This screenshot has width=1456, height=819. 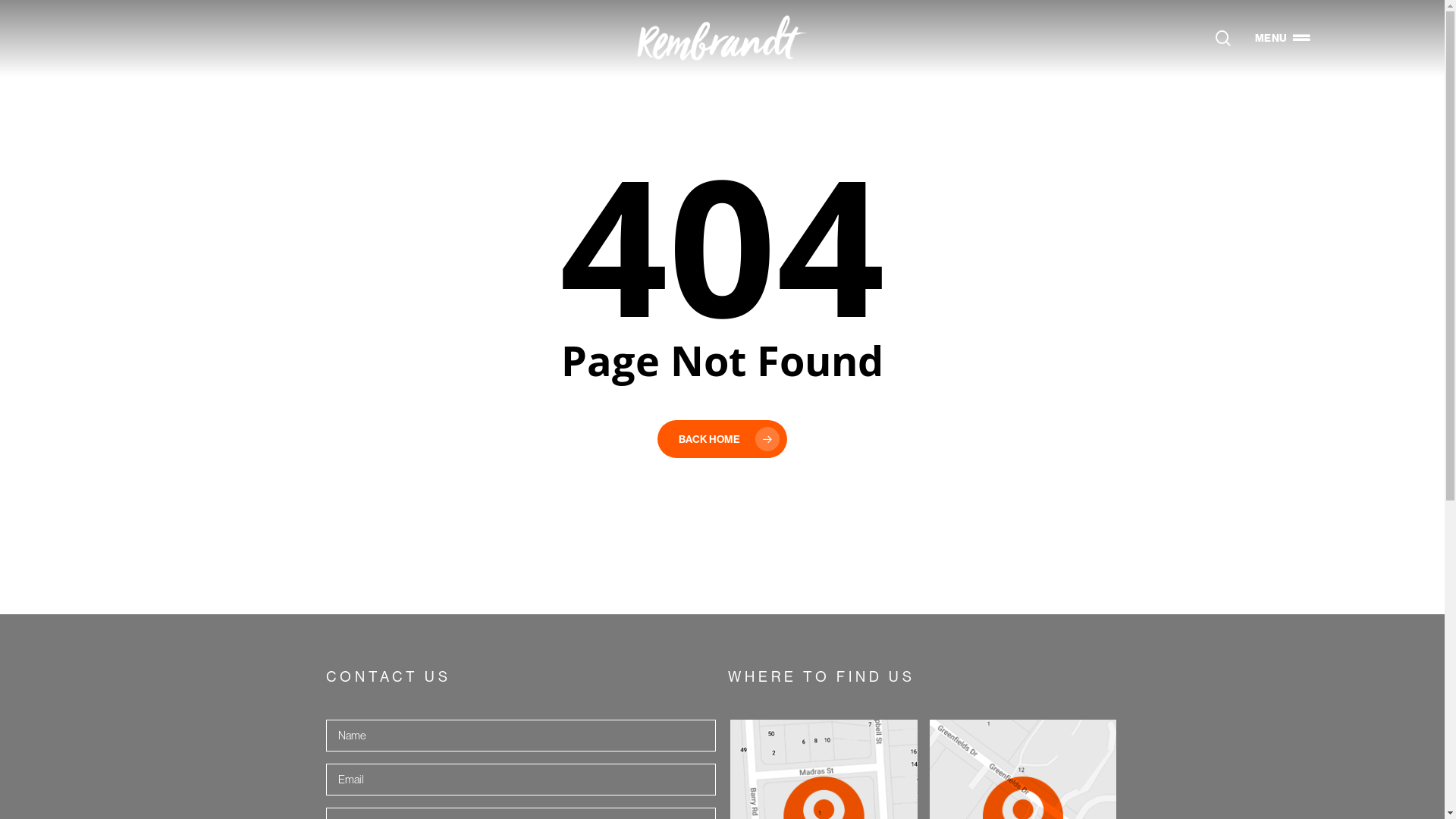 What do you see at coordinates (1214, 37) in the screenshot?
I see `'search'` at bounding box center [1214, 37].